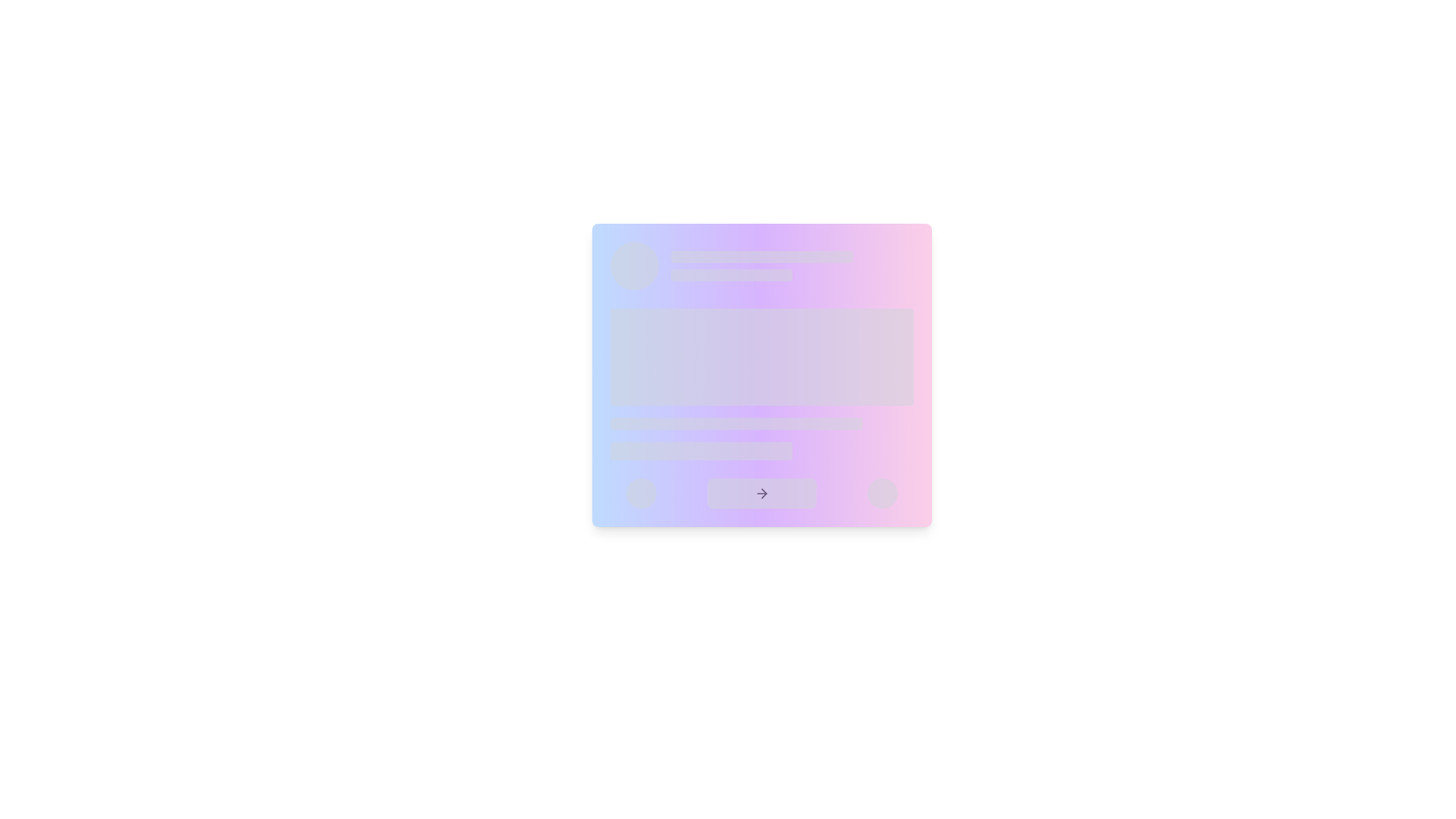 This screenshot has width=1456, height=819. What do you see at coordinates (761, 265) in the screenshot?
I see `the Placeholder Skeleton Section located at the top of the card, which serves as a loading indicator for user profile content` at bounding box center [761, 265].